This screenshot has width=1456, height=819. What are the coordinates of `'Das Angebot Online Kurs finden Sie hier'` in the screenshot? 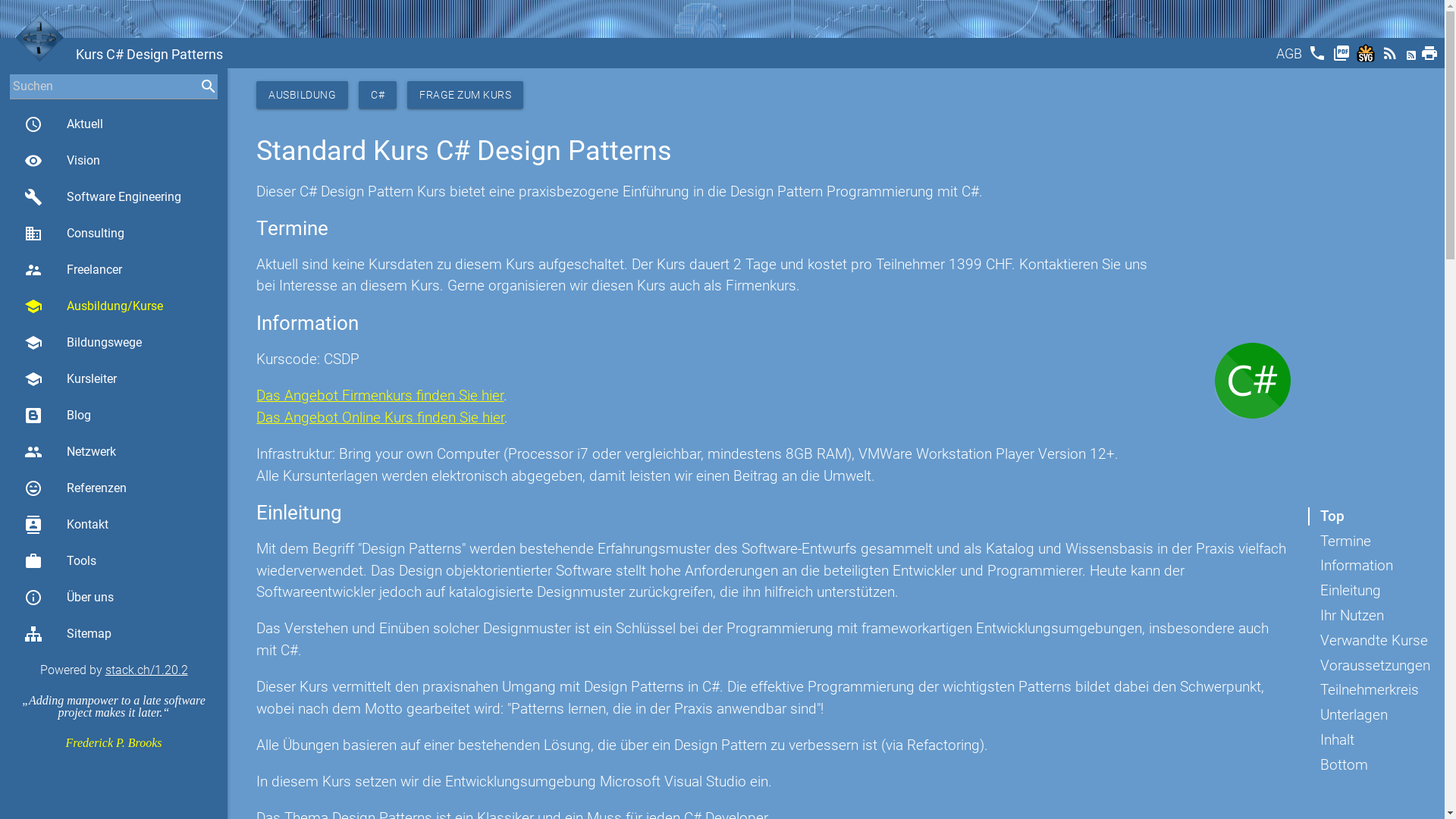 It's located at (380, 417).